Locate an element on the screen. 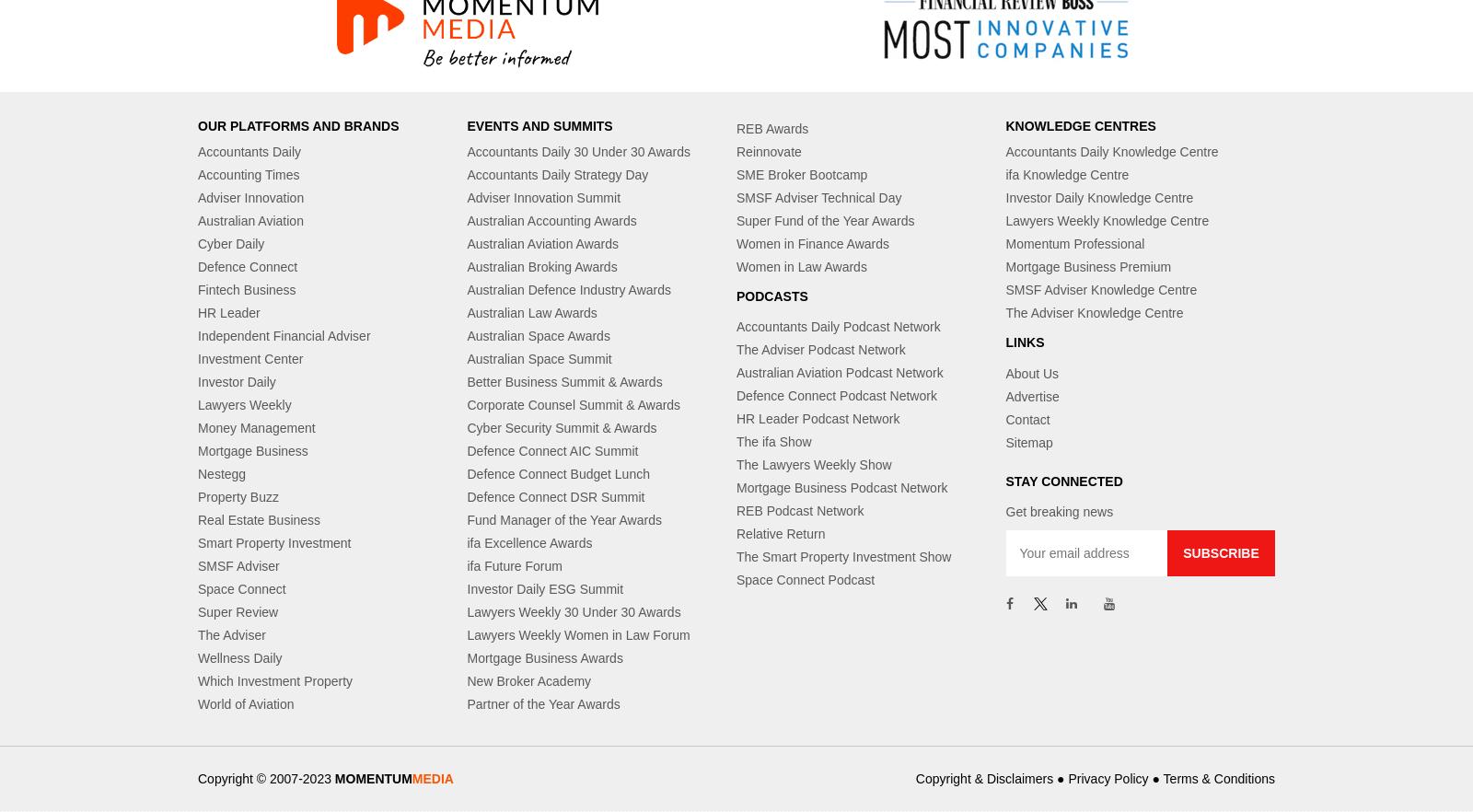 The image size is (1473, 812). 'Independent Financial Adviser' is located at coordinates (284, 334).